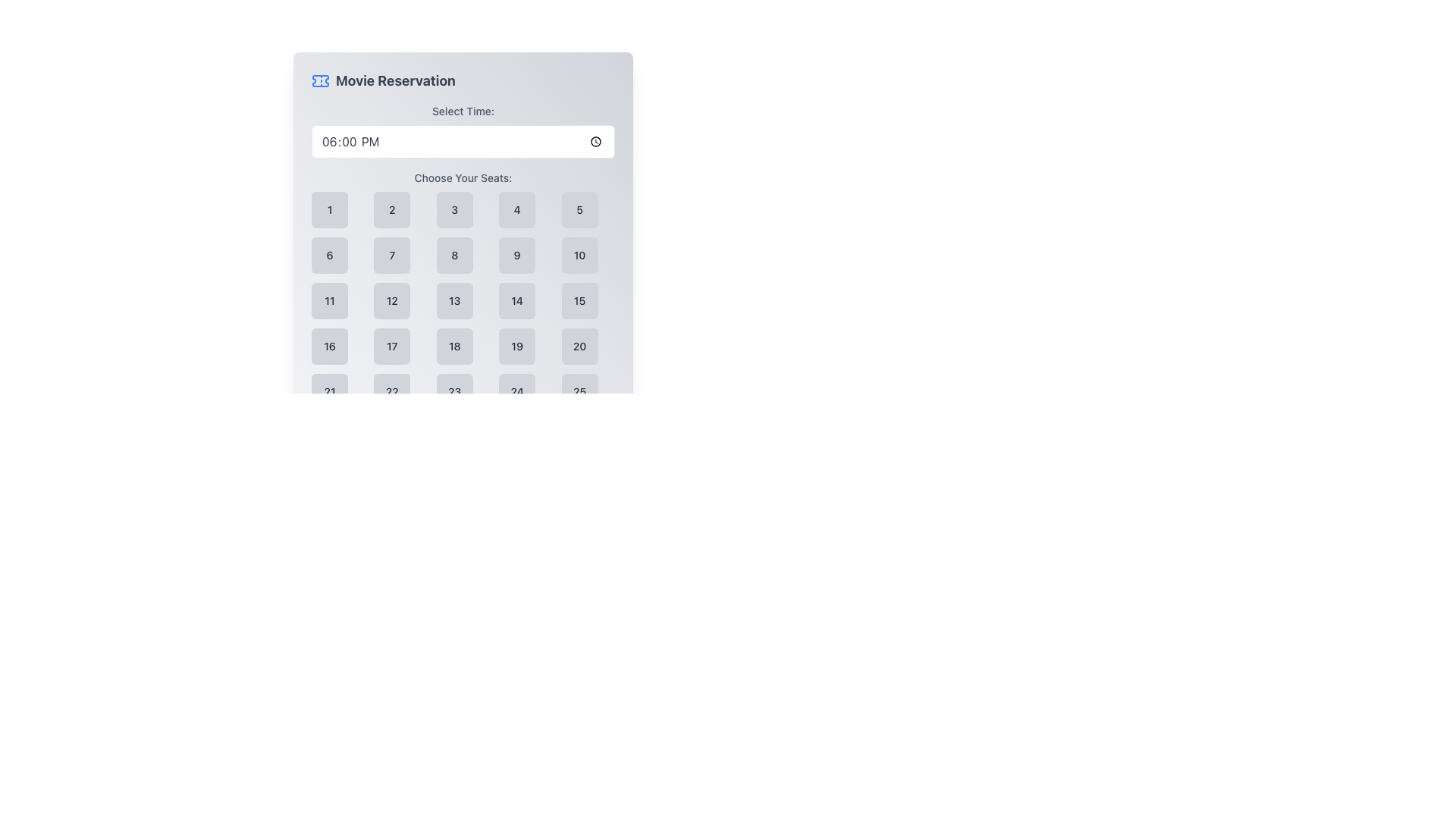  Describe the element at coordinates (579, 210) in the screenshot. I see `the button labeled '5' in the grid layout for seat selection preview` at that location.